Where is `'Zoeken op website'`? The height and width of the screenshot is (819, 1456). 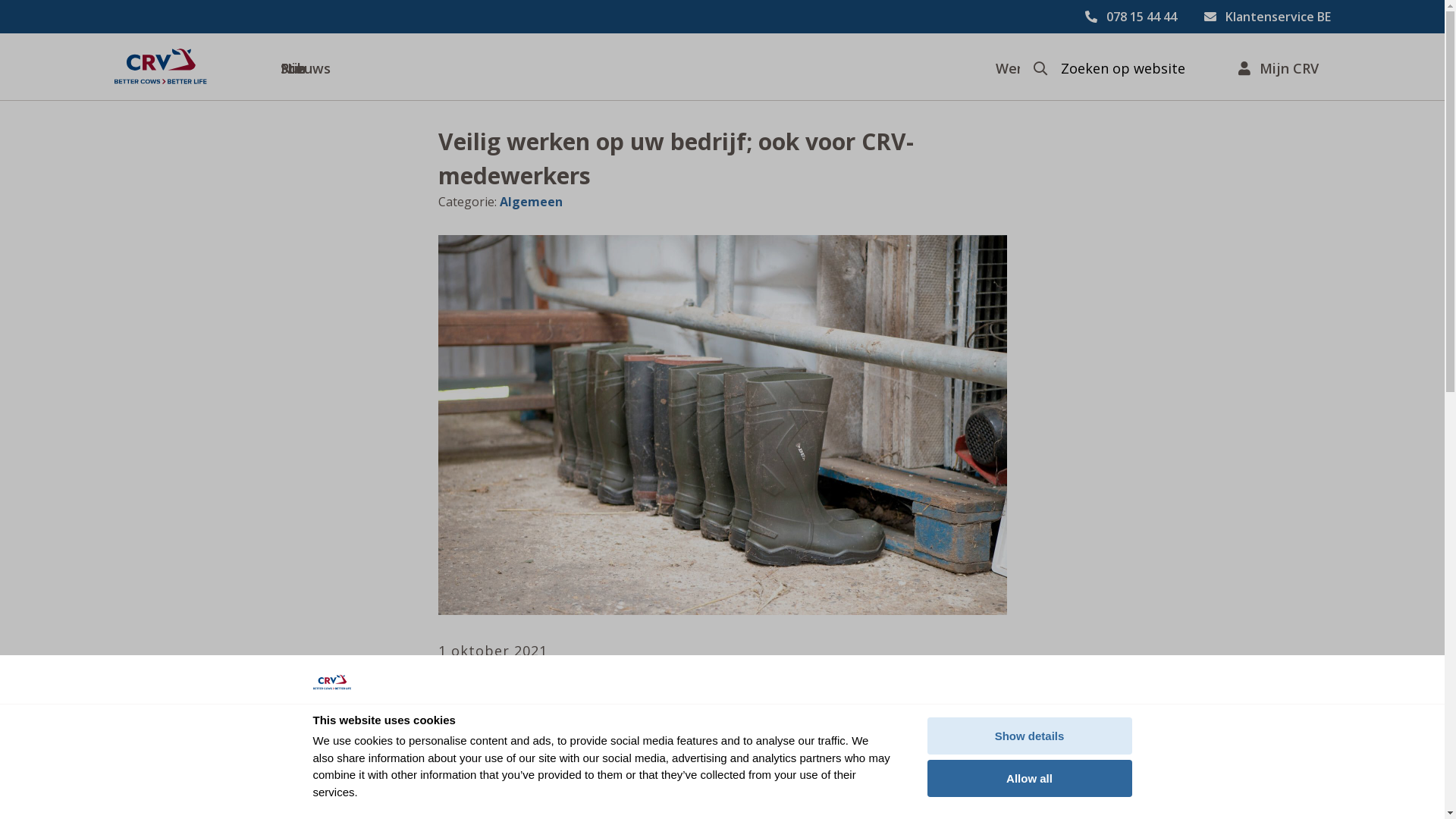 'Zoeken op website' is located at coordinates (1055, 68).